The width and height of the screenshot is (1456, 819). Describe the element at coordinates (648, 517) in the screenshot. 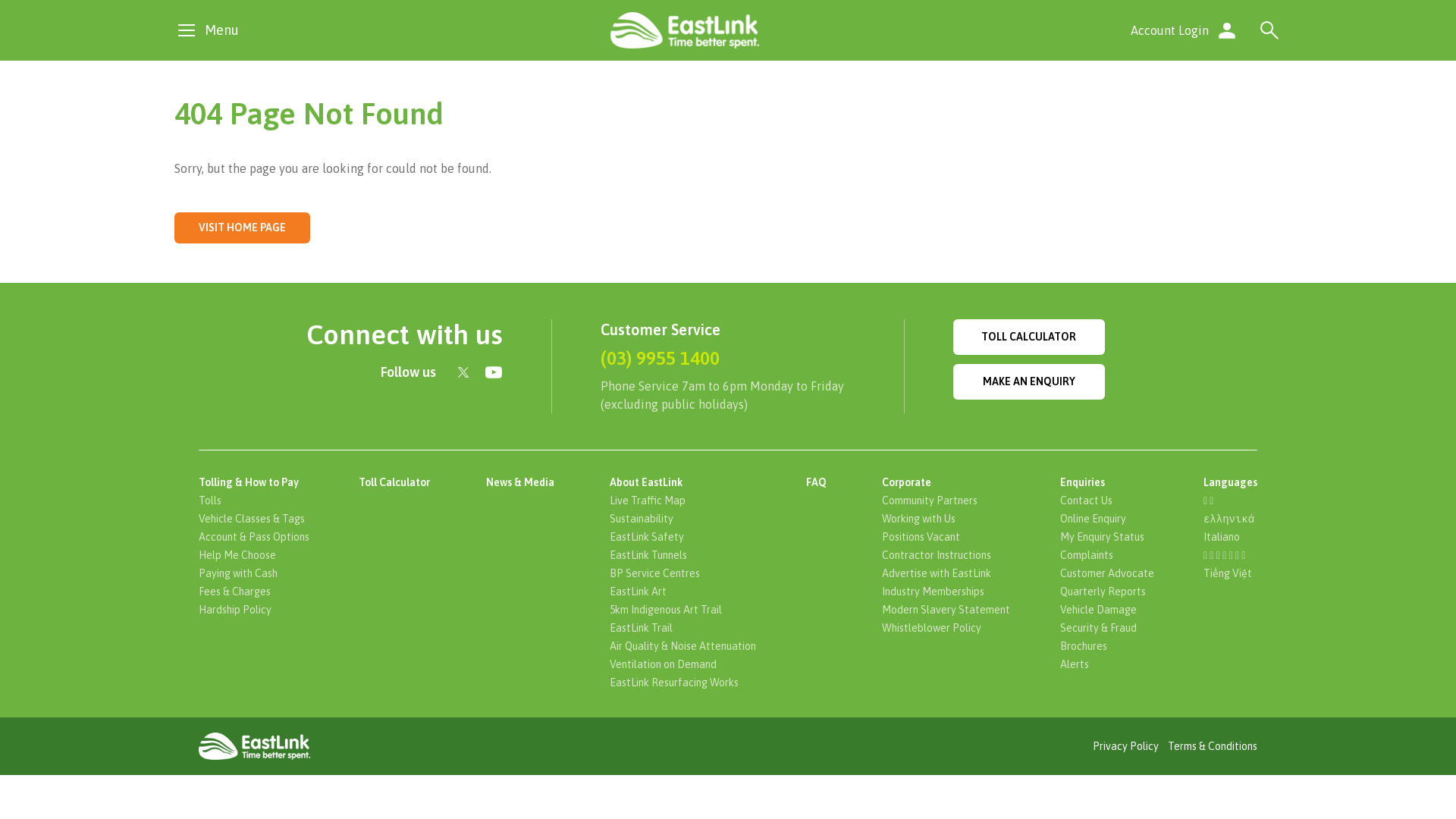

I see `'Sustainability'` at that location.